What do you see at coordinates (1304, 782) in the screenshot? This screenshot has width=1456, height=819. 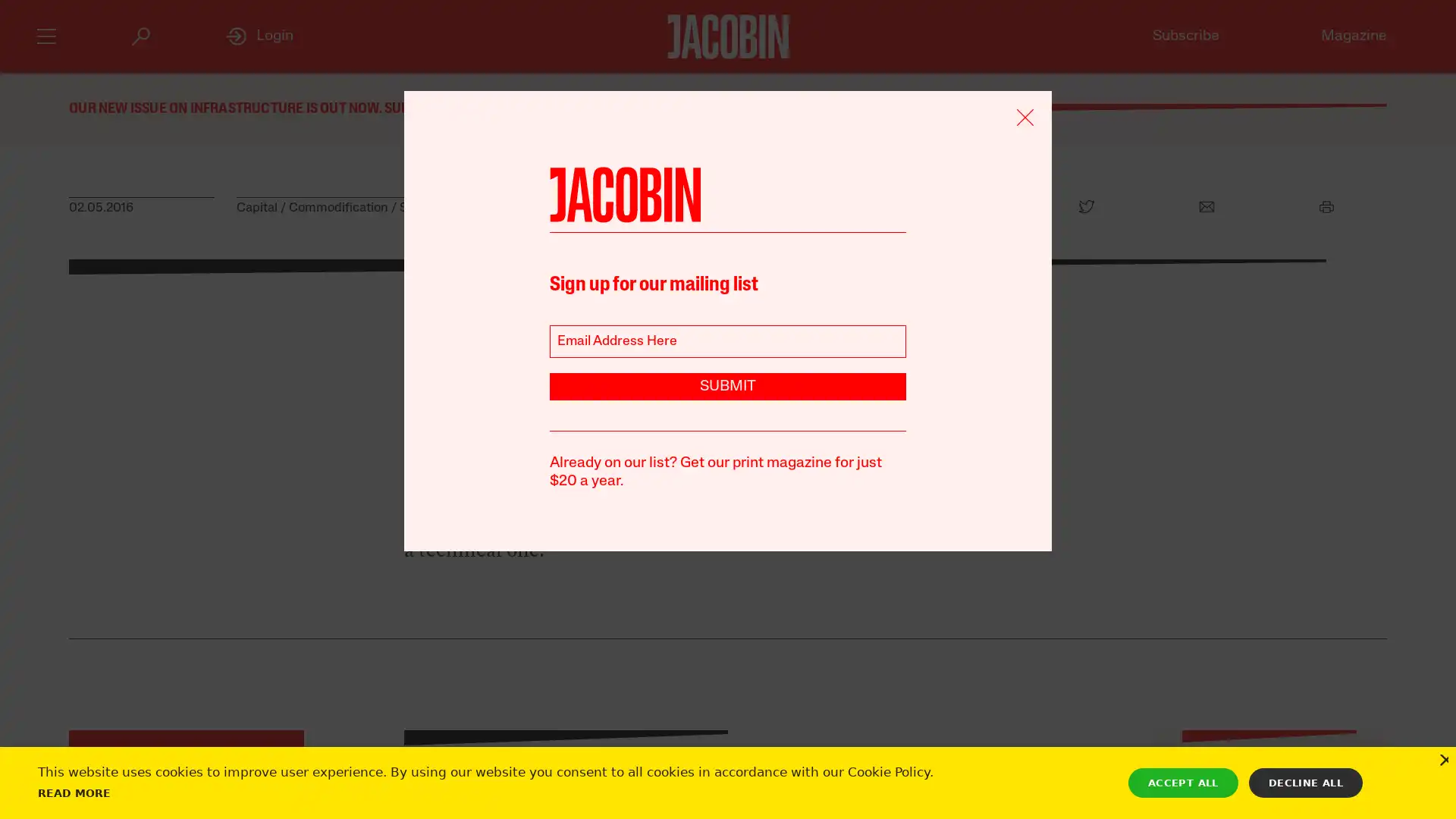 I see `DECLINE ALL` at bounding box center [1304, 782].